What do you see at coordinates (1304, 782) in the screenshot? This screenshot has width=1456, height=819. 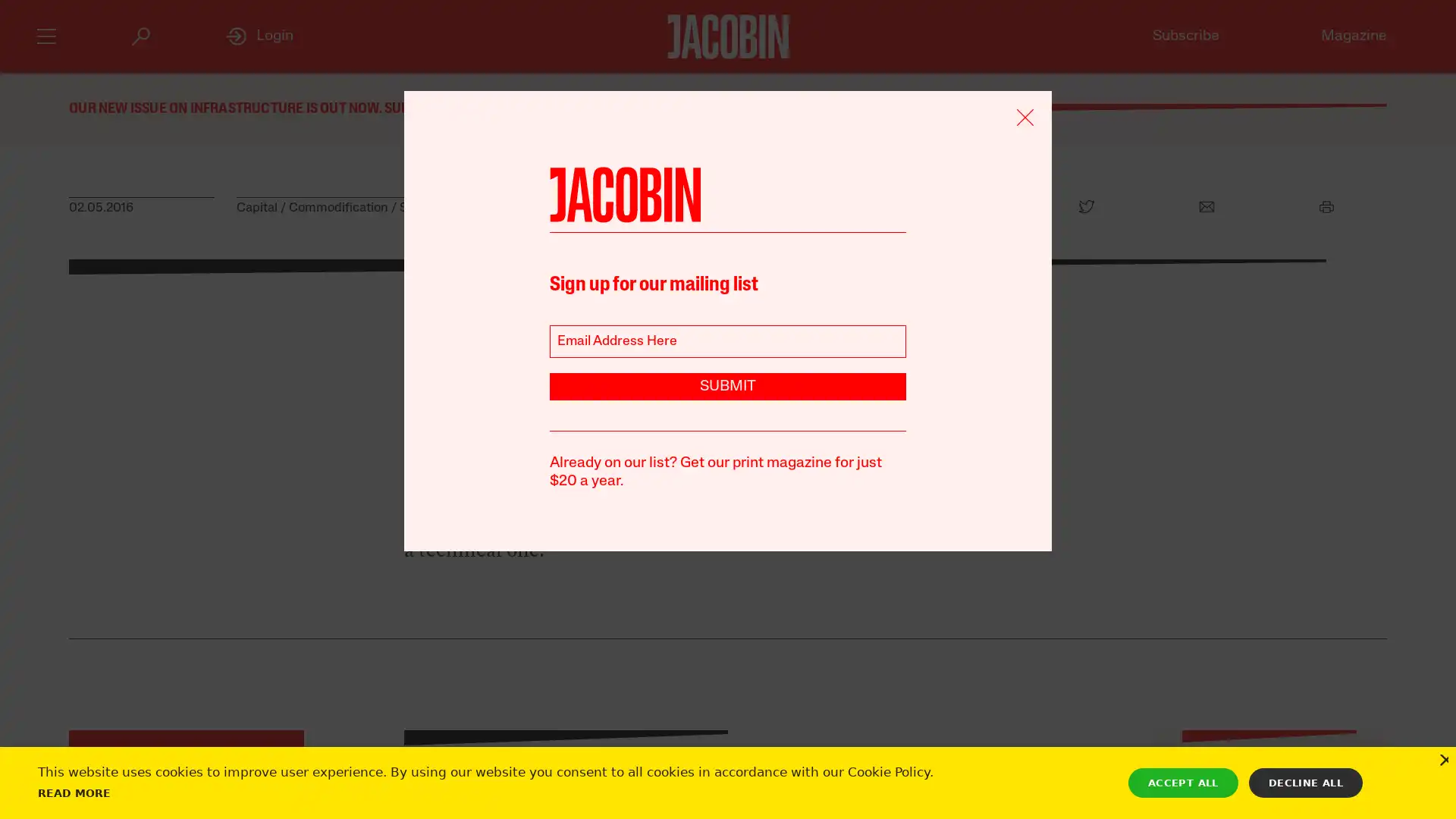 I see `DECLINE ALL` at bounding box center [1304, 782].